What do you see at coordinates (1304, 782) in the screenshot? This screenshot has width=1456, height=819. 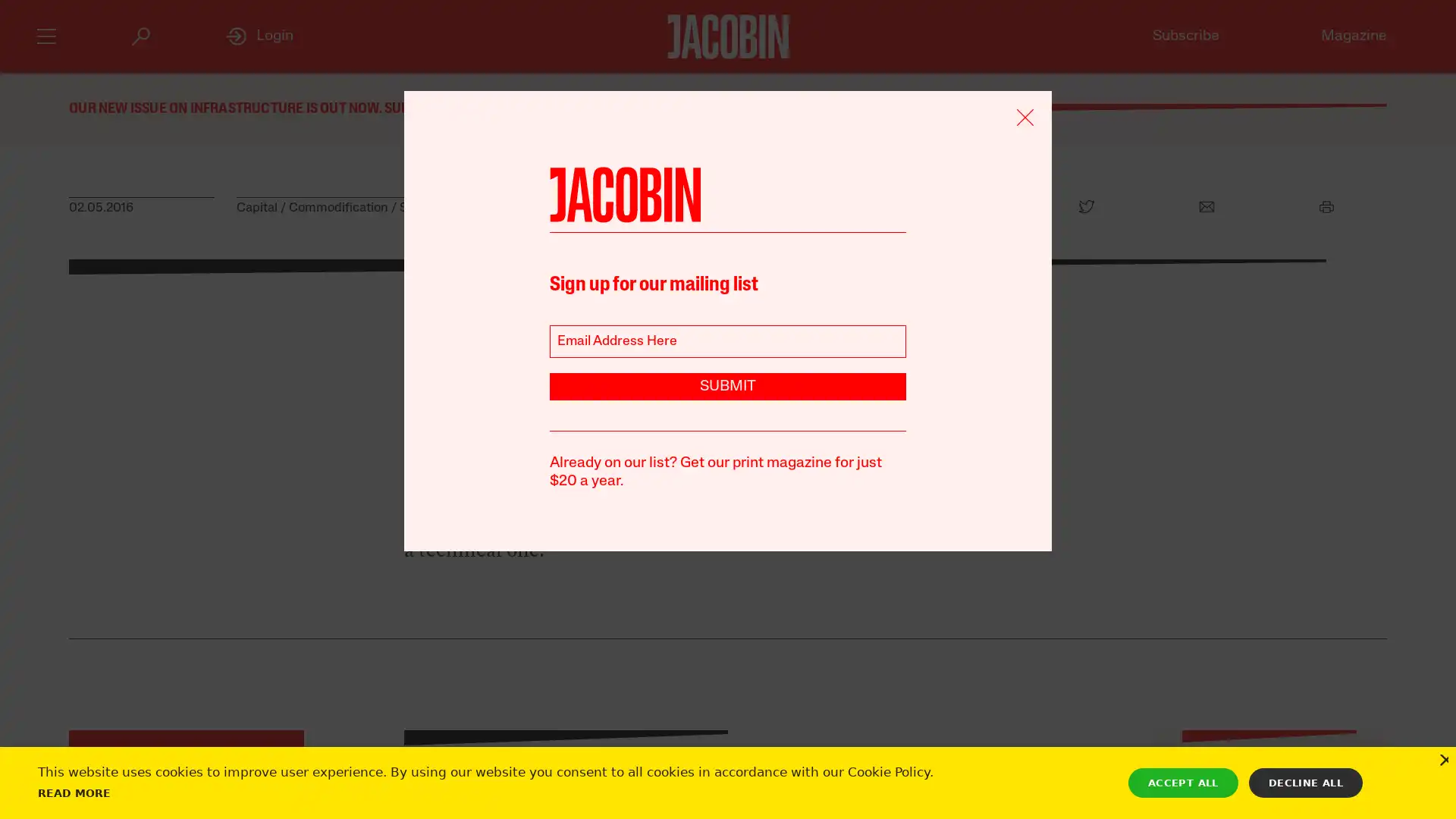 I see `DECLINE ALL` at bounding box center [1304, 782].